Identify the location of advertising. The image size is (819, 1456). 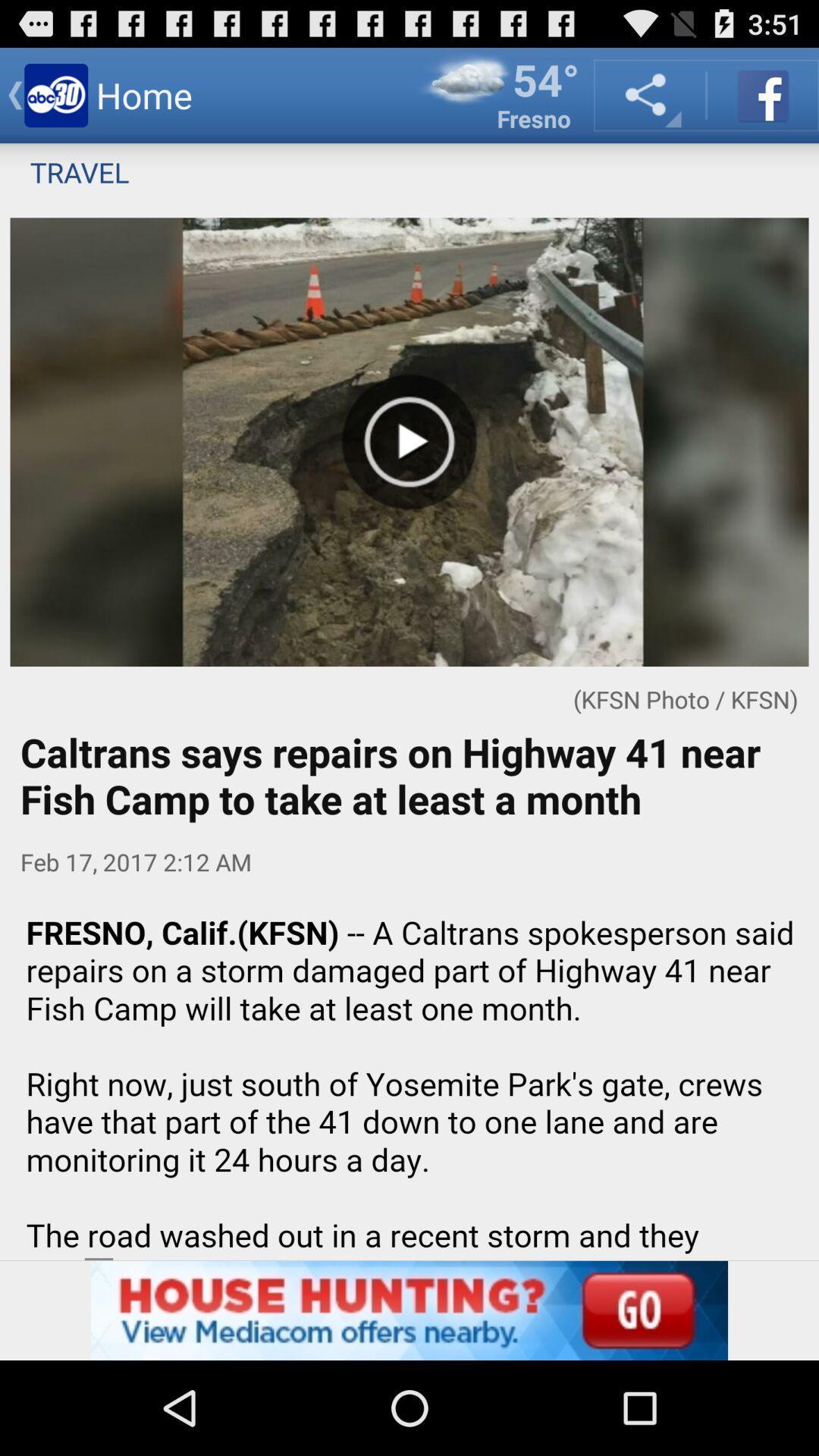
(409, 1310).